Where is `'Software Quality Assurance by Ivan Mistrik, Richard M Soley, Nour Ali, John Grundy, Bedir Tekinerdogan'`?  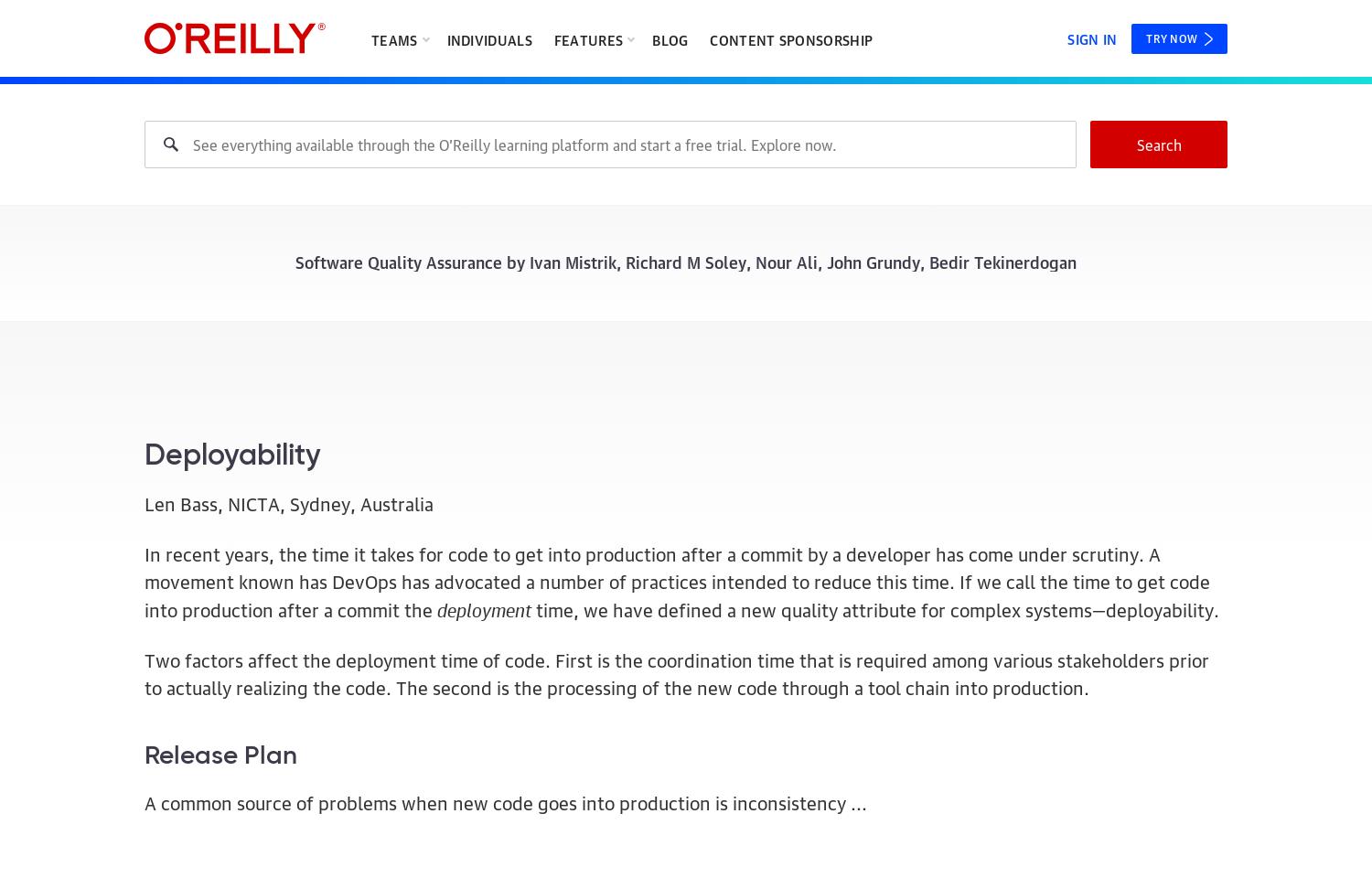 'Software Quality Assurance by Ivan Mistrik, Richard M Soley, Nour Ali, John Grundy, Bedir Tekinerdogan' is located at coordinates (294, 260).